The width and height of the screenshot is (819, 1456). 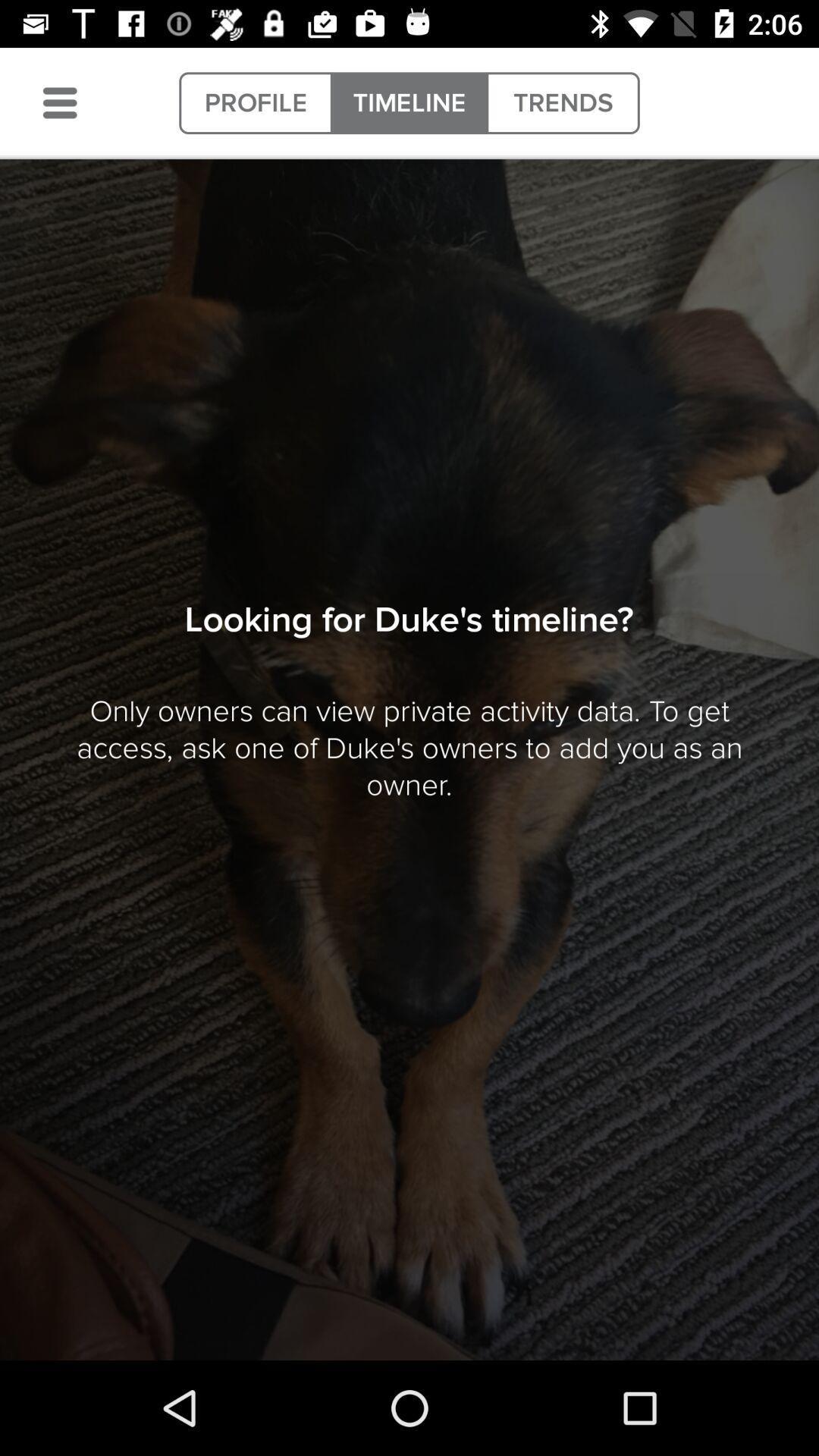 I want to click on menu, so click(x=59, y=102).